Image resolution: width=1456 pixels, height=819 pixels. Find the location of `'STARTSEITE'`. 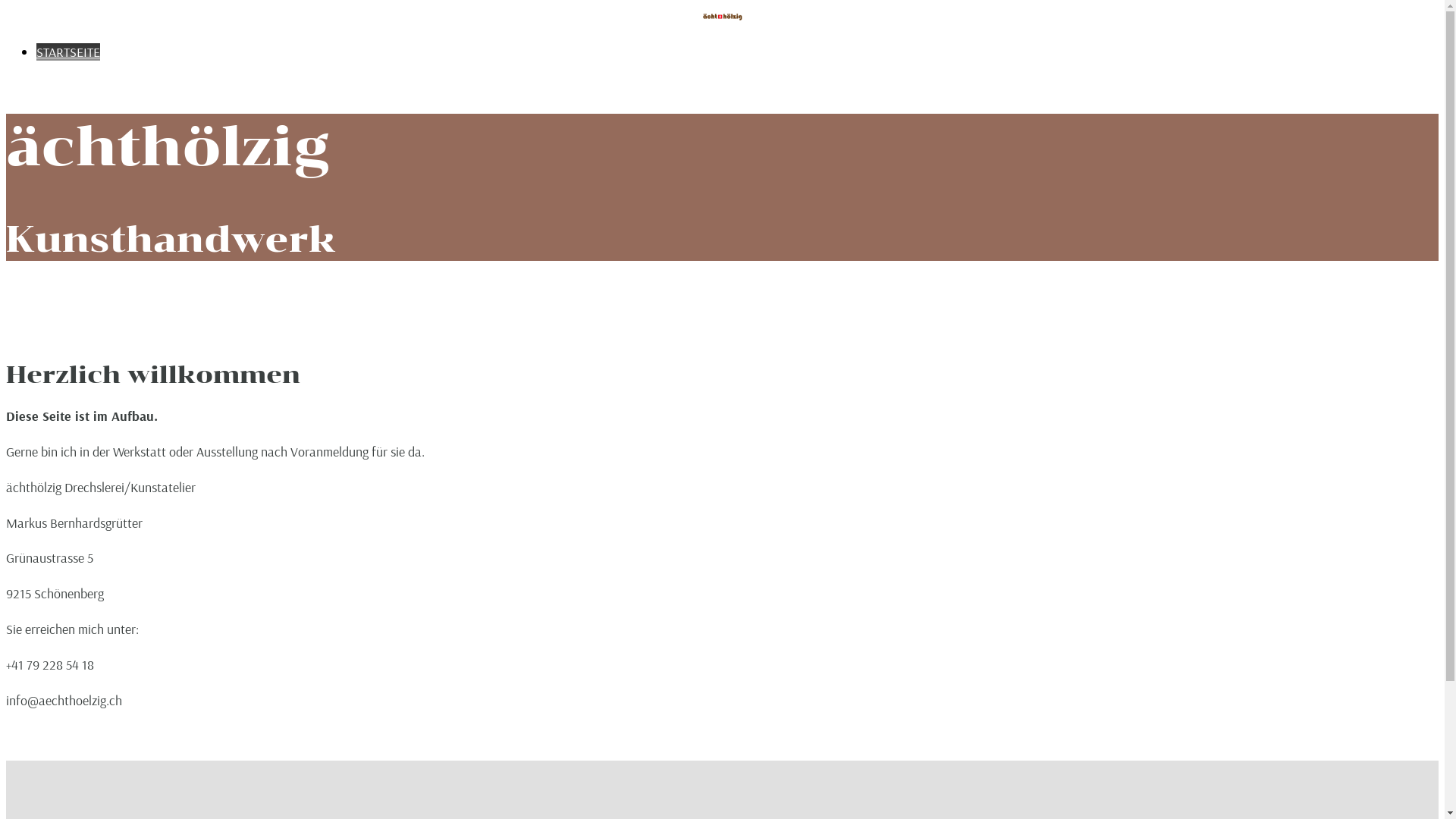

'STARTSEITE' is located at coordinates (67, 52).